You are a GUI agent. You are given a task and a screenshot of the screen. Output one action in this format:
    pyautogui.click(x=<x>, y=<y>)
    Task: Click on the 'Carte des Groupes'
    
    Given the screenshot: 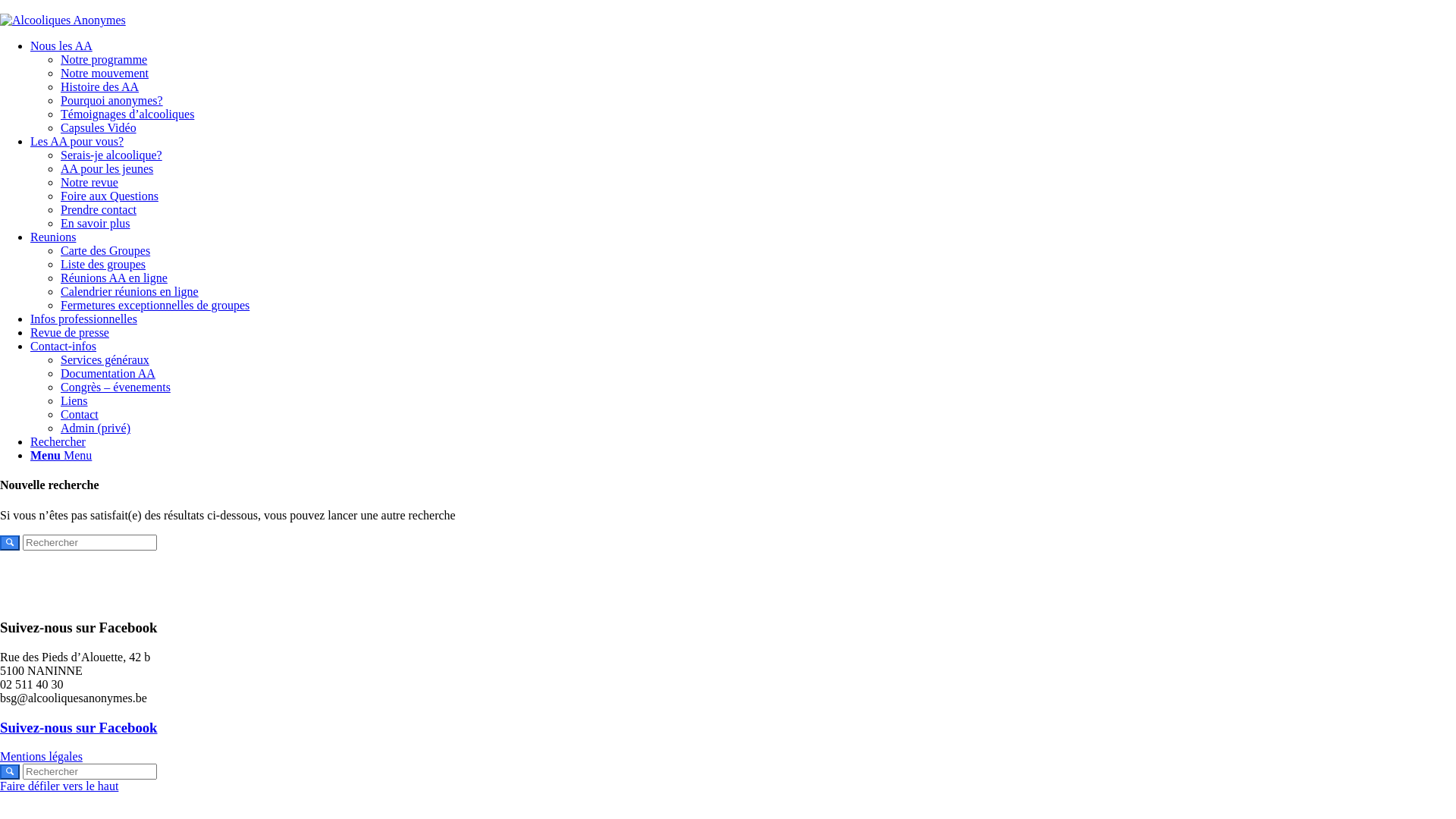 What is the action you would take?
    pyautogui.click(x=105, y=249)
    